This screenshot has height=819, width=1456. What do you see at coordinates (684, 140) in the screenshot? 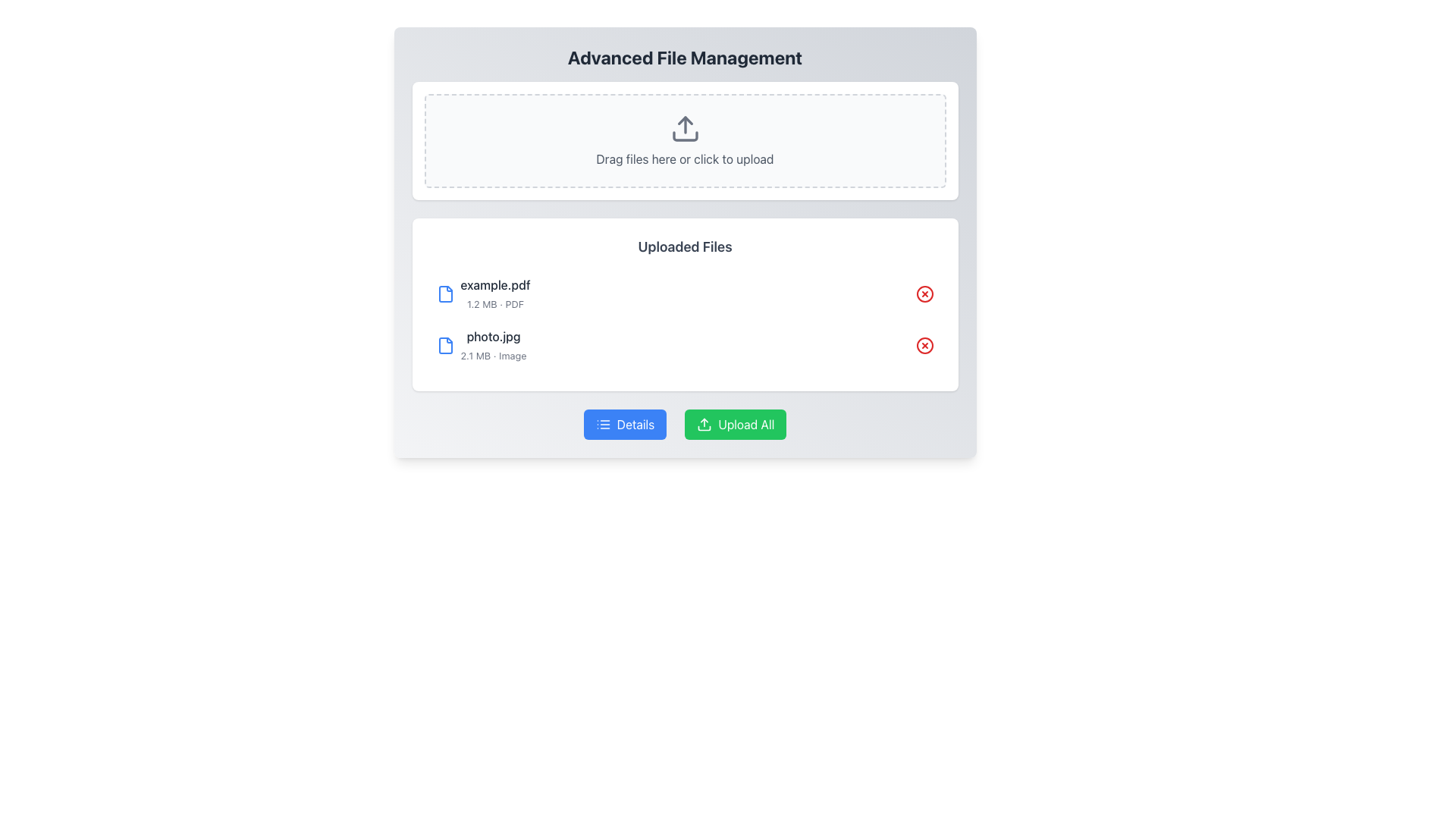
I see `the File upload area, which is a rectangular element with rounded corners, a dashed gray border, and a light gray background` at bounding box center [684, 140].